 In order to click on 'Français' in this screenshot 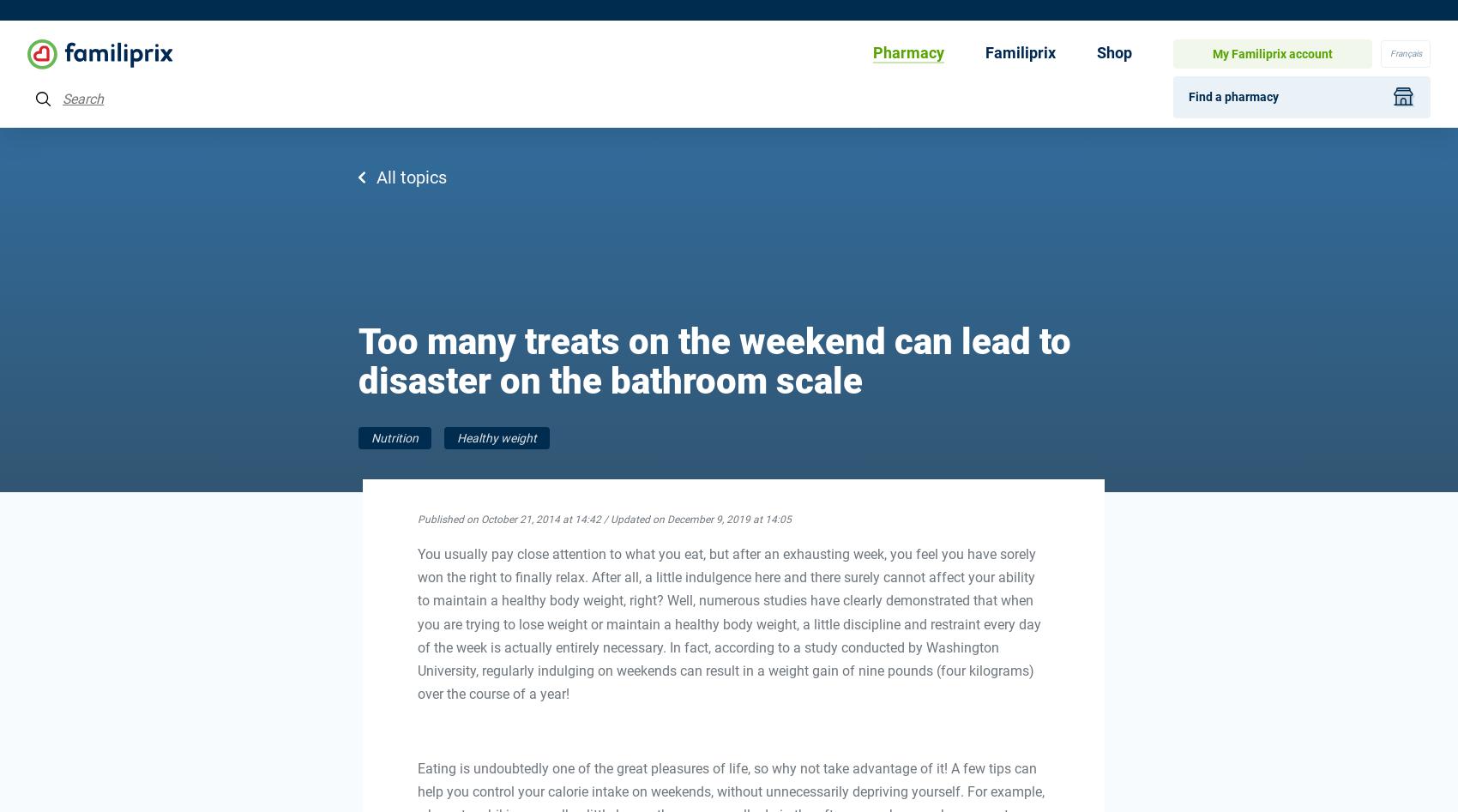, I will do `click(1404, 52)`.